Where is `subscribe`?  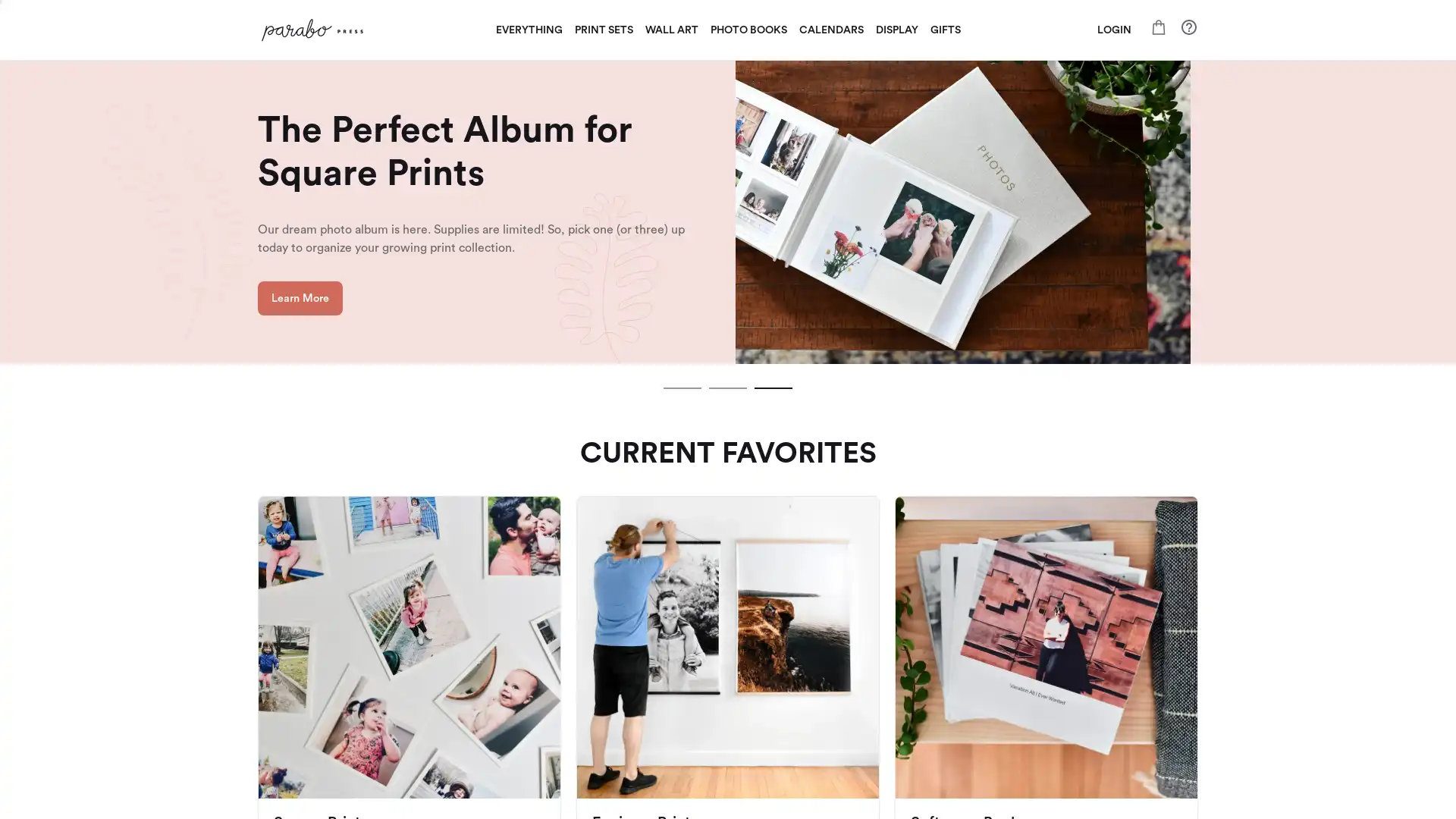
subscribe is located at coordinates (833, 584).